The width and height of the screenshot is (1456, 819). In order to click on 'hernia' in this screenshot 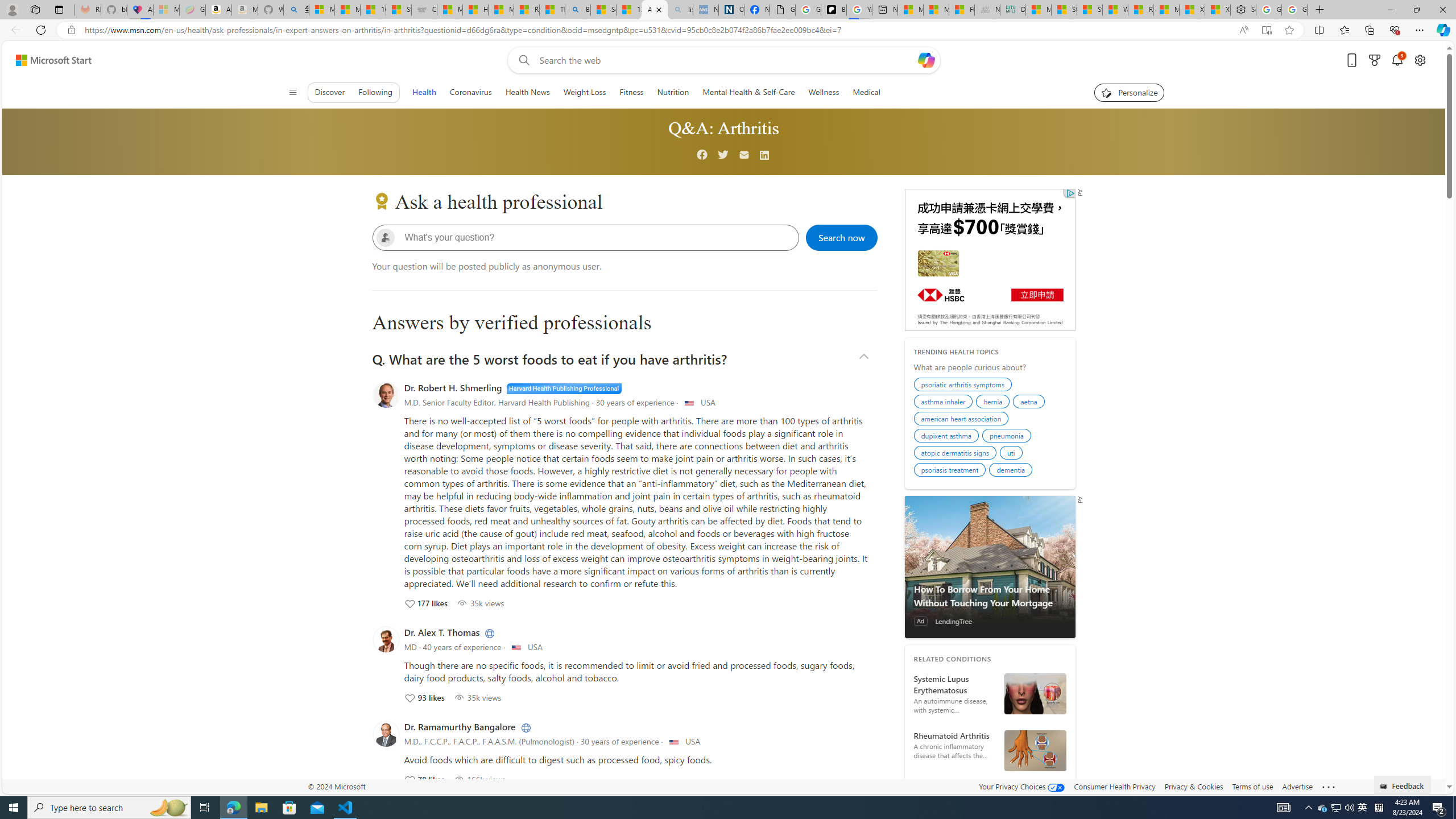, I will do `click(994, 403)`.